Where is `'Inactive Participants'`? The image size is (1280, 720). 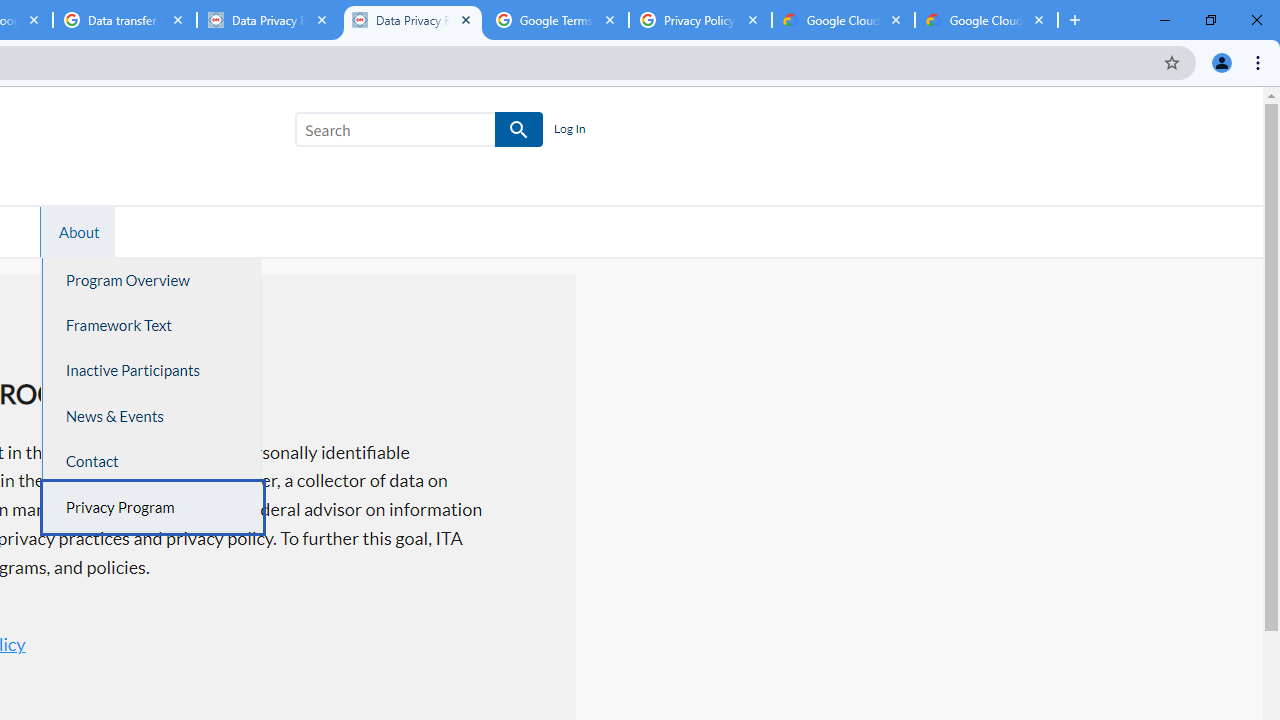
'Inactive Participants' is located at coordinates (151, 370).